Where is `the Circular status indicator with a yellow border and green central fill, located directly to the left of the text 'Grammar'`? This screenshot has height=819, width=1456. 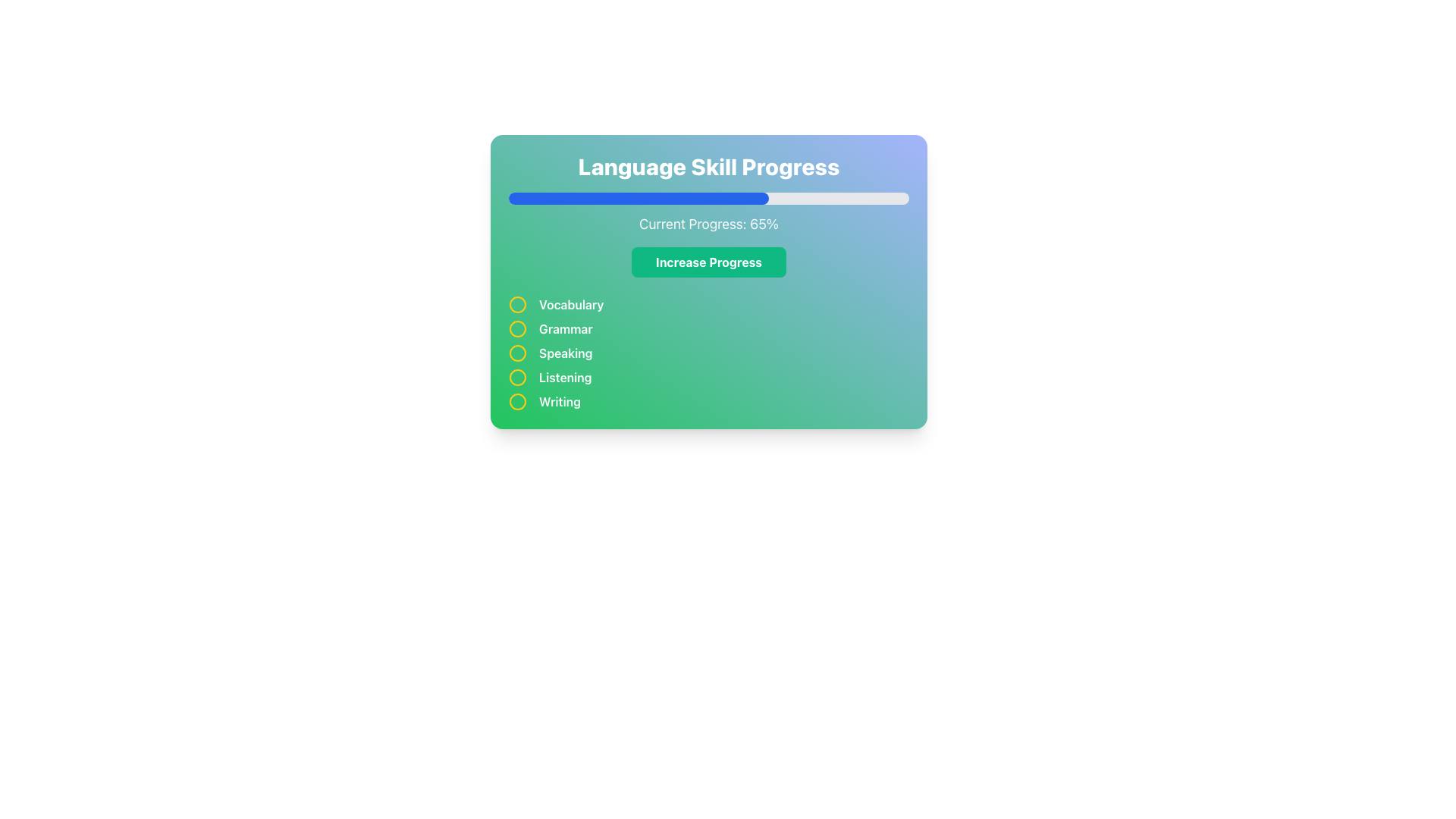
the Circular status indicator with a yellow border and green central fill, located directly to the left of the text 'Grammar' is located at coordinates (517, 328).